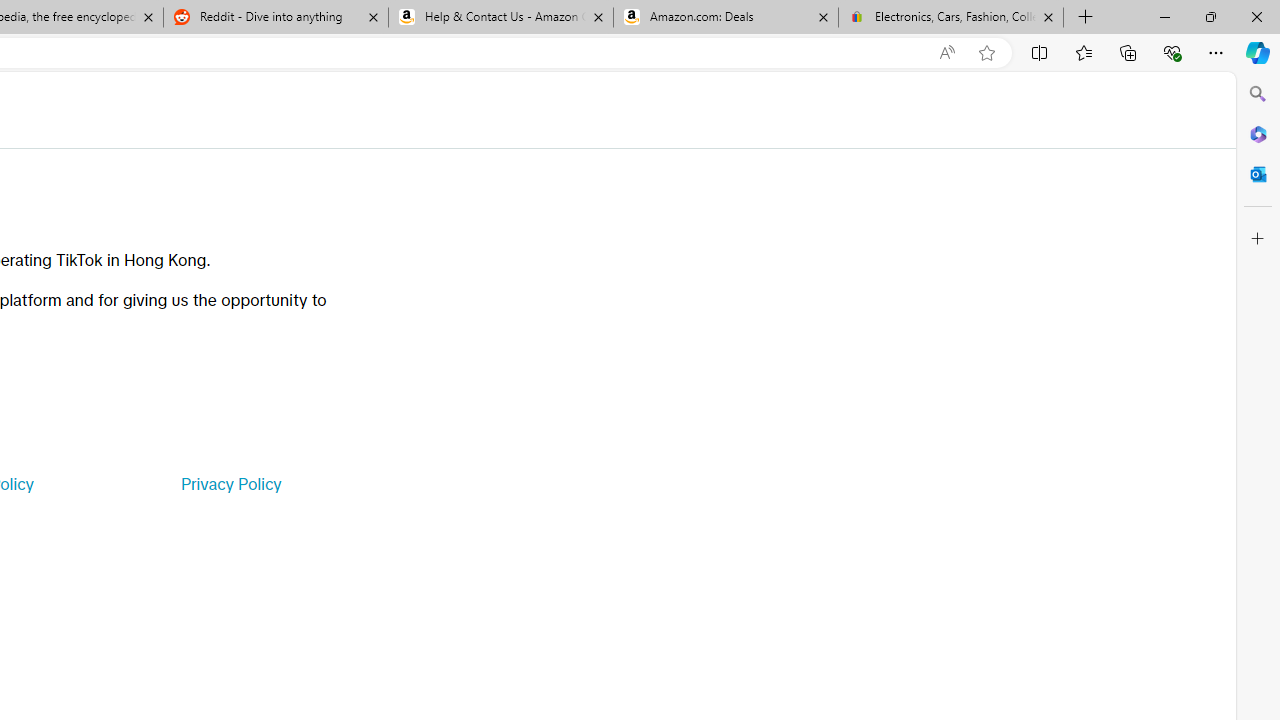  What do you see at coordinates (1209, 16) in the screenshot?
I see `'Restore'` at bounding box center [1209, 16].